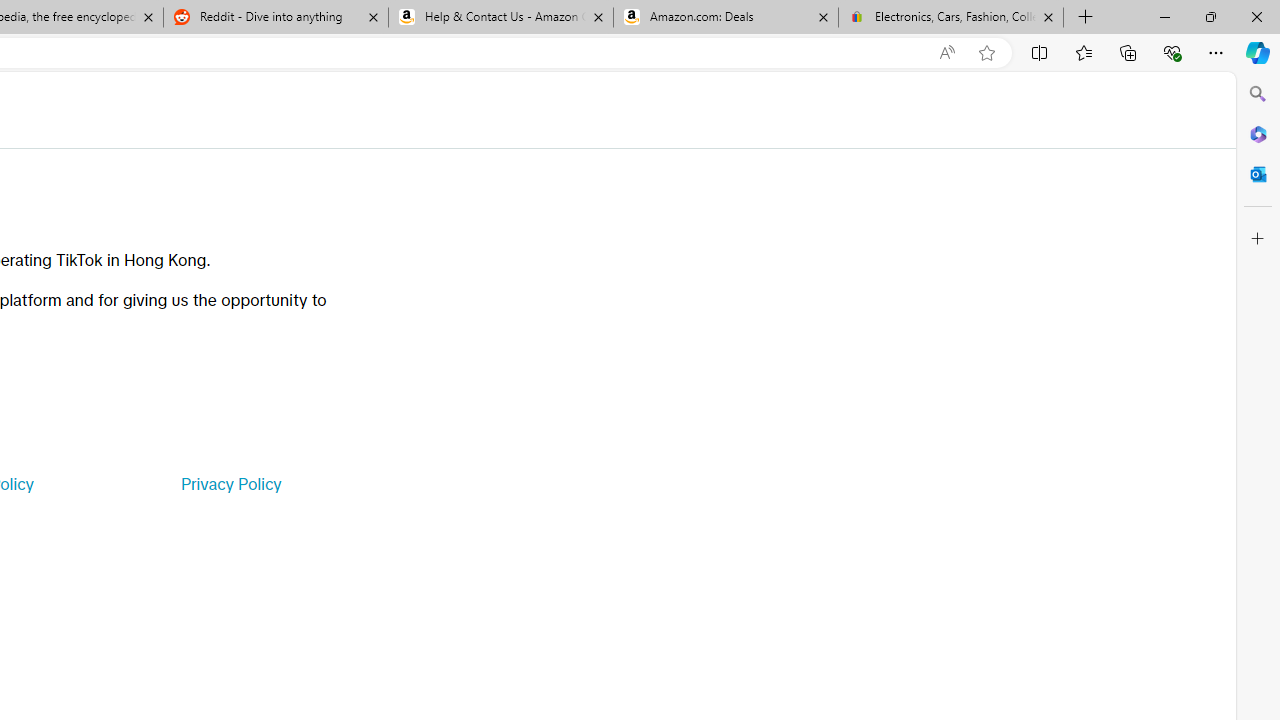  What do you see at coordinates (1209, 16) in the screenshot?
I see `'Restore'` at bounding box center [1209, 16].